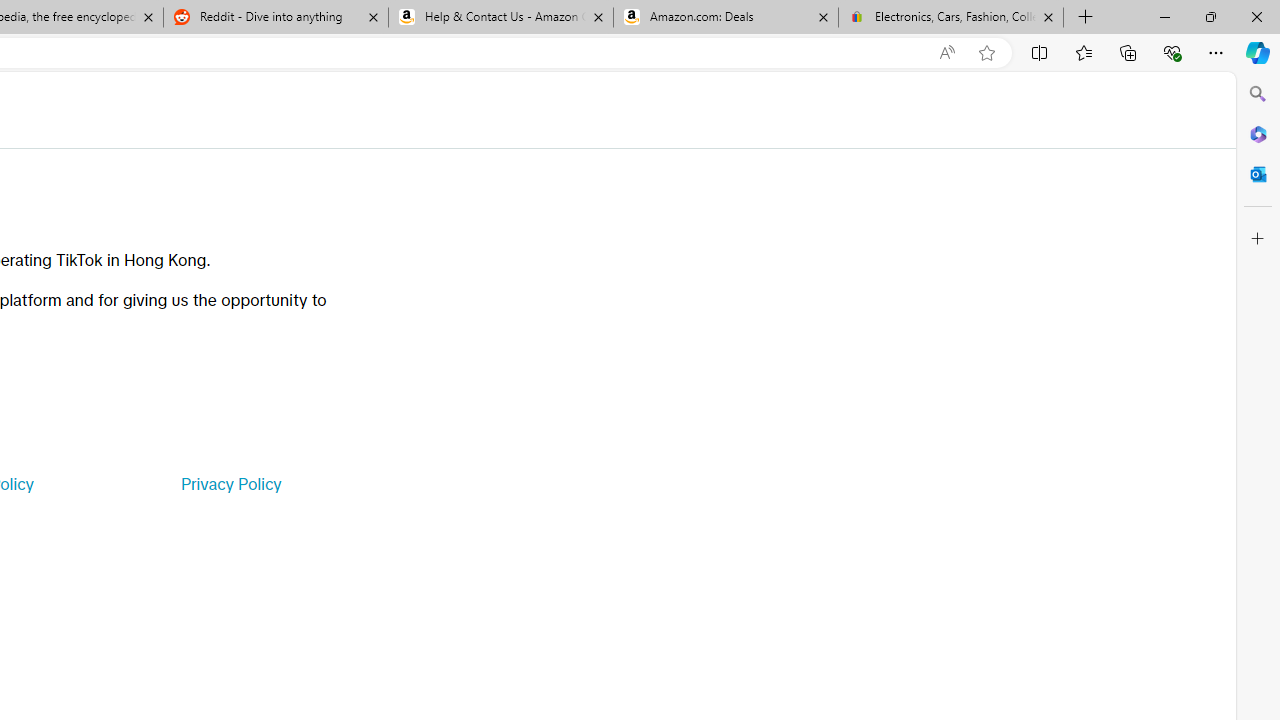  What do you see at coordinates (1209, 16) in the screenshot?
I see `'Restore'` at bounding box center [1209, 16].